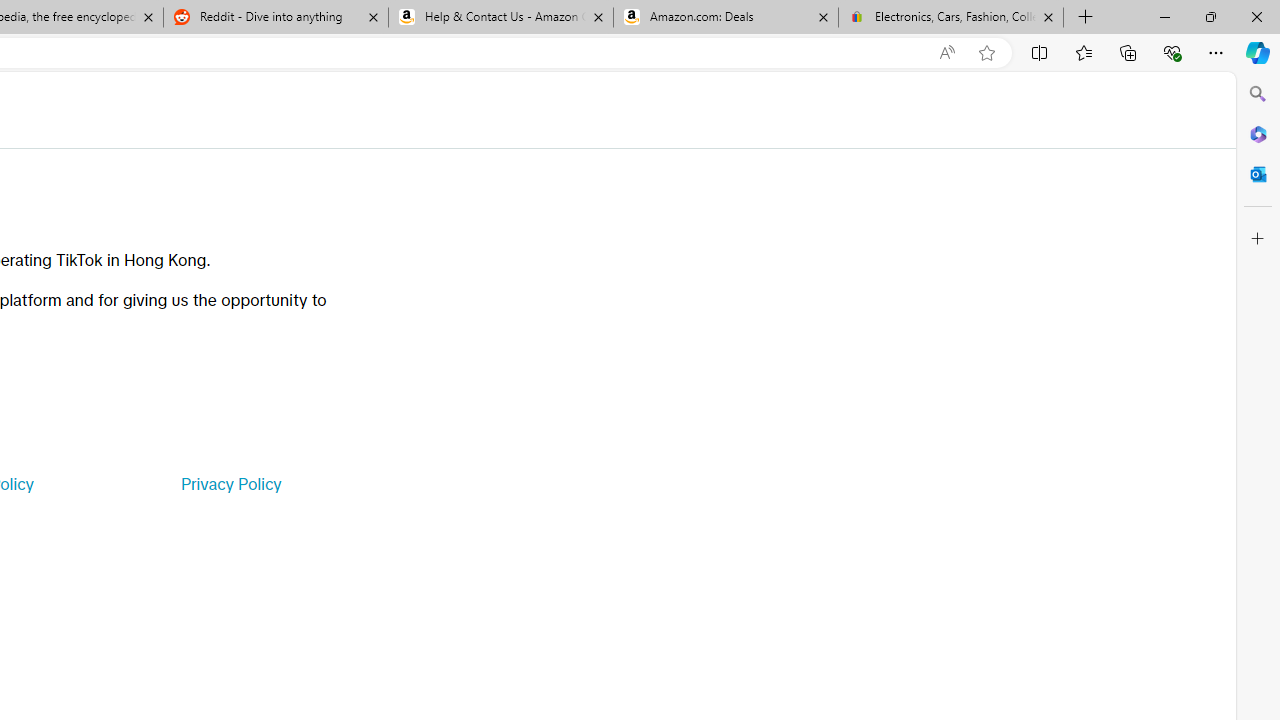  What do you see at coordinates (1209, 16) in the screenshot?
I see `'Restore'` at bounding box center [1209, 16].